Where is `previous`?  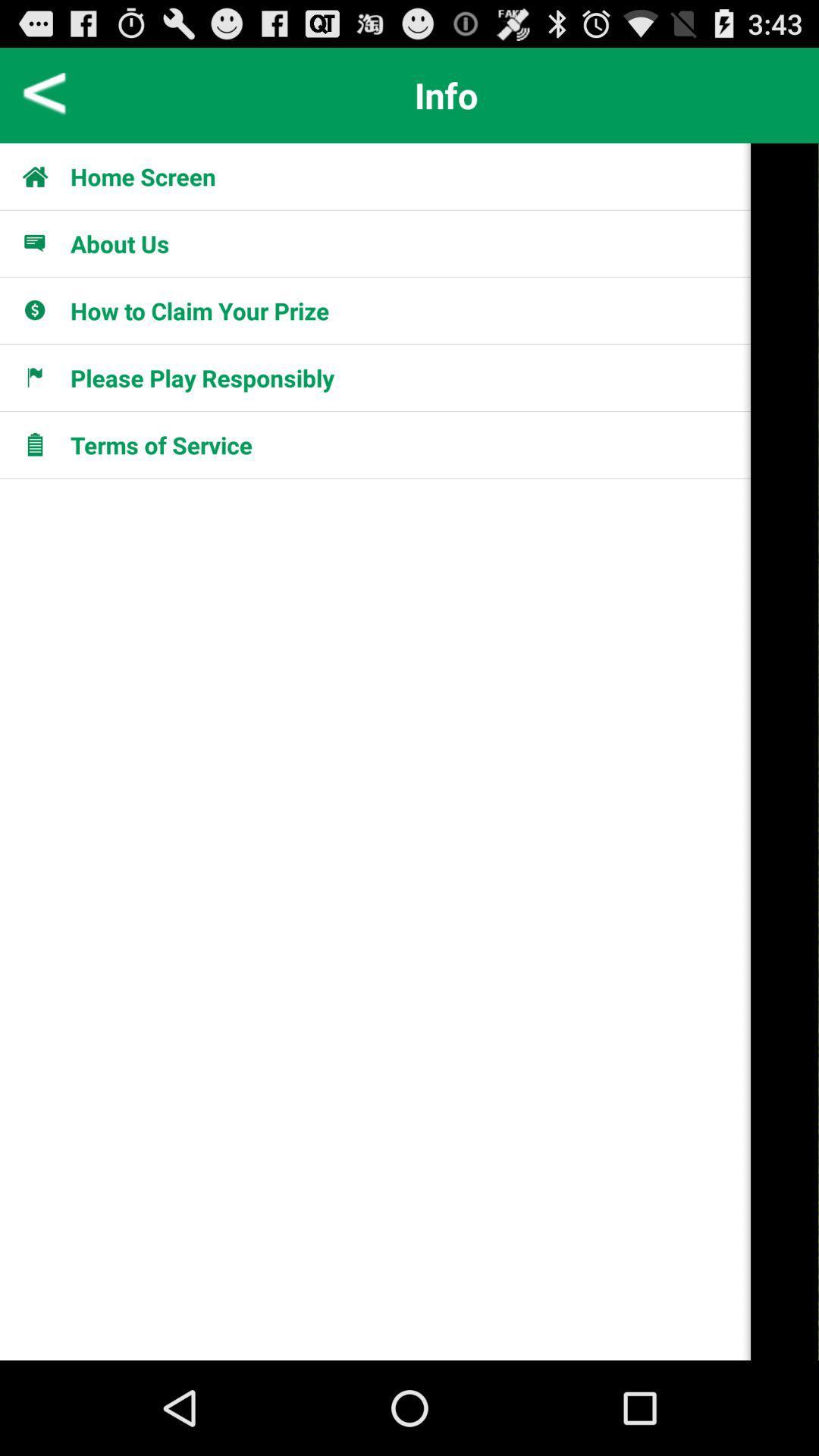 previous is located at coordinates (44, 94).